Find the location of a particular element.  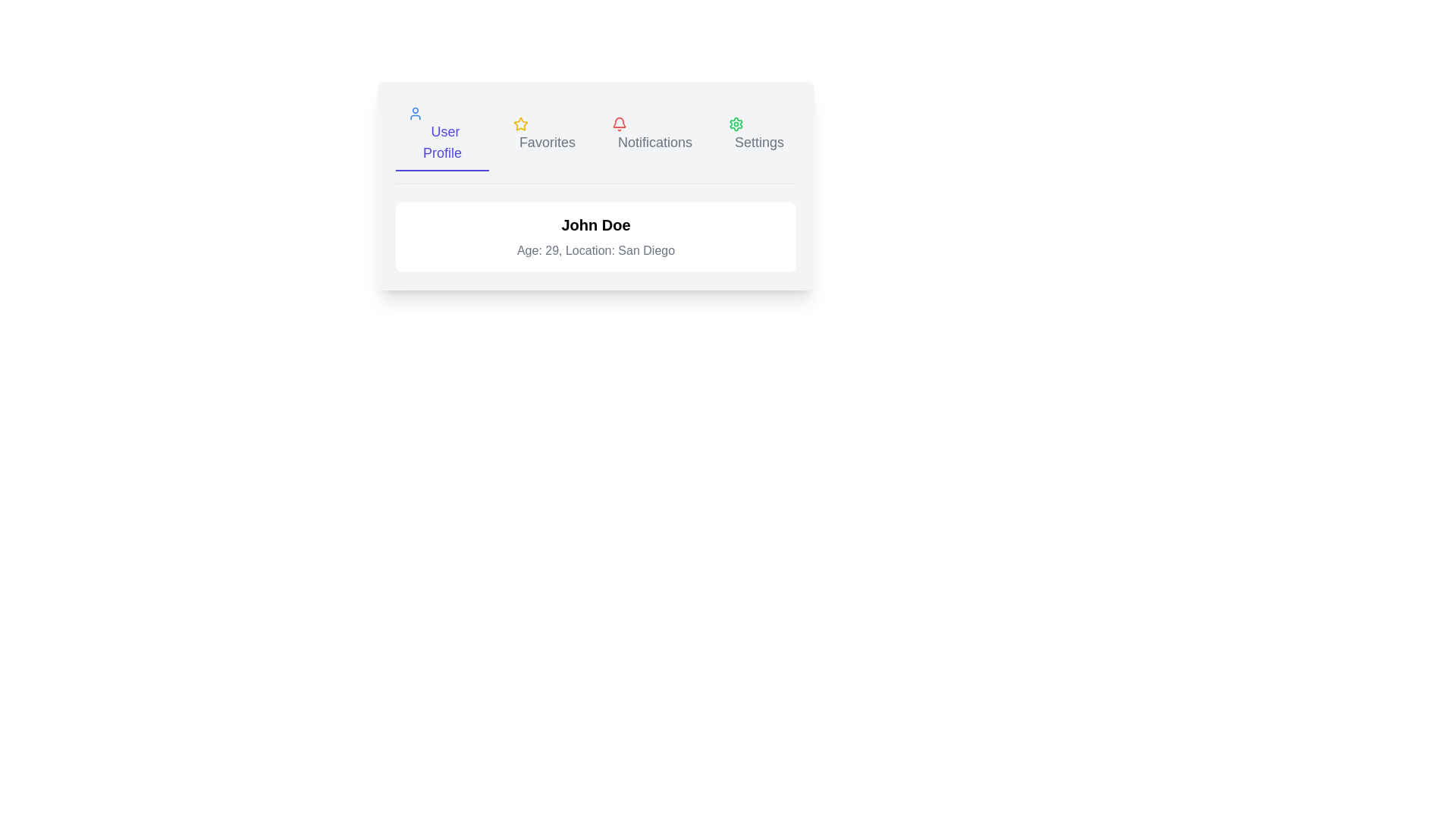

the Text display block containing the bold title 'John Doe' and additional details 'Age: 29, Location: San Diego', centrally aligned within a white rounded rectangle is located at coordinates (595, 237).